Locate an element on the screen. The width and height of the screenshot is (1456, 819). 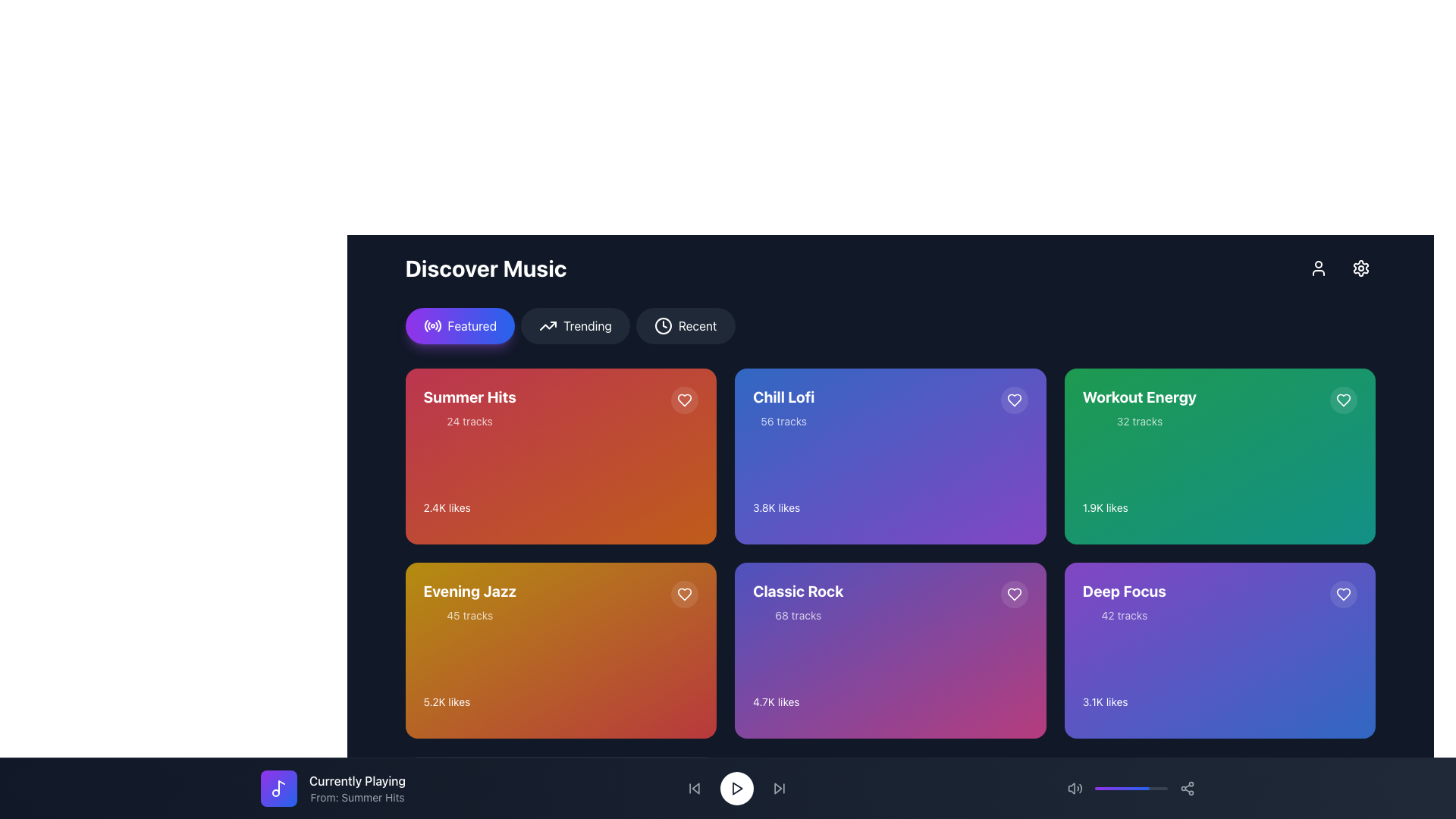
the UI display component that shows the currently playing track and its source playlist or album is located at coordinates (332, 788).